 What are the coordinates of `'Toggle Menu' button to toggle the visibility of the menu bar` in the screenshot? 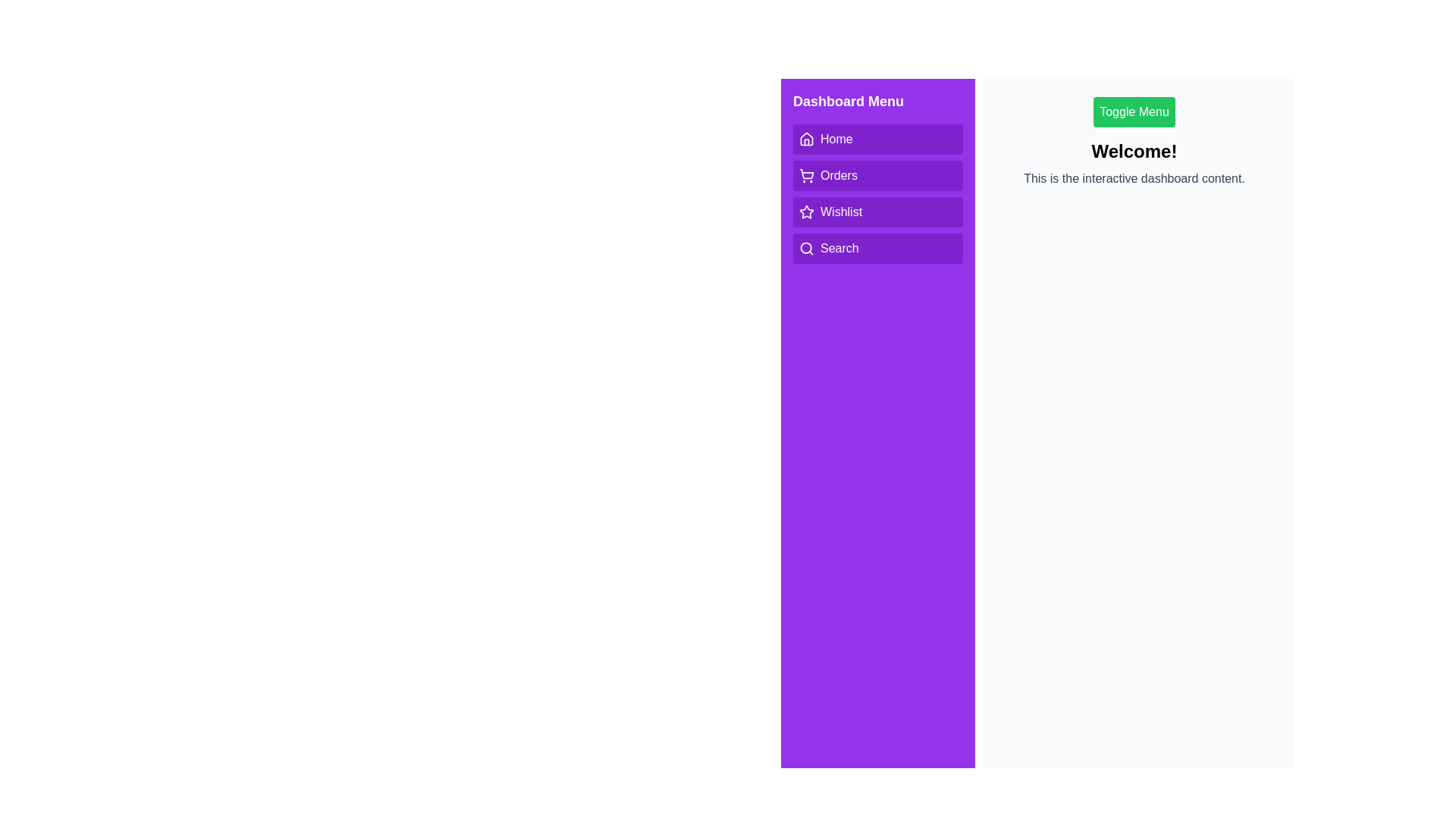 It's located at (1134, 111).